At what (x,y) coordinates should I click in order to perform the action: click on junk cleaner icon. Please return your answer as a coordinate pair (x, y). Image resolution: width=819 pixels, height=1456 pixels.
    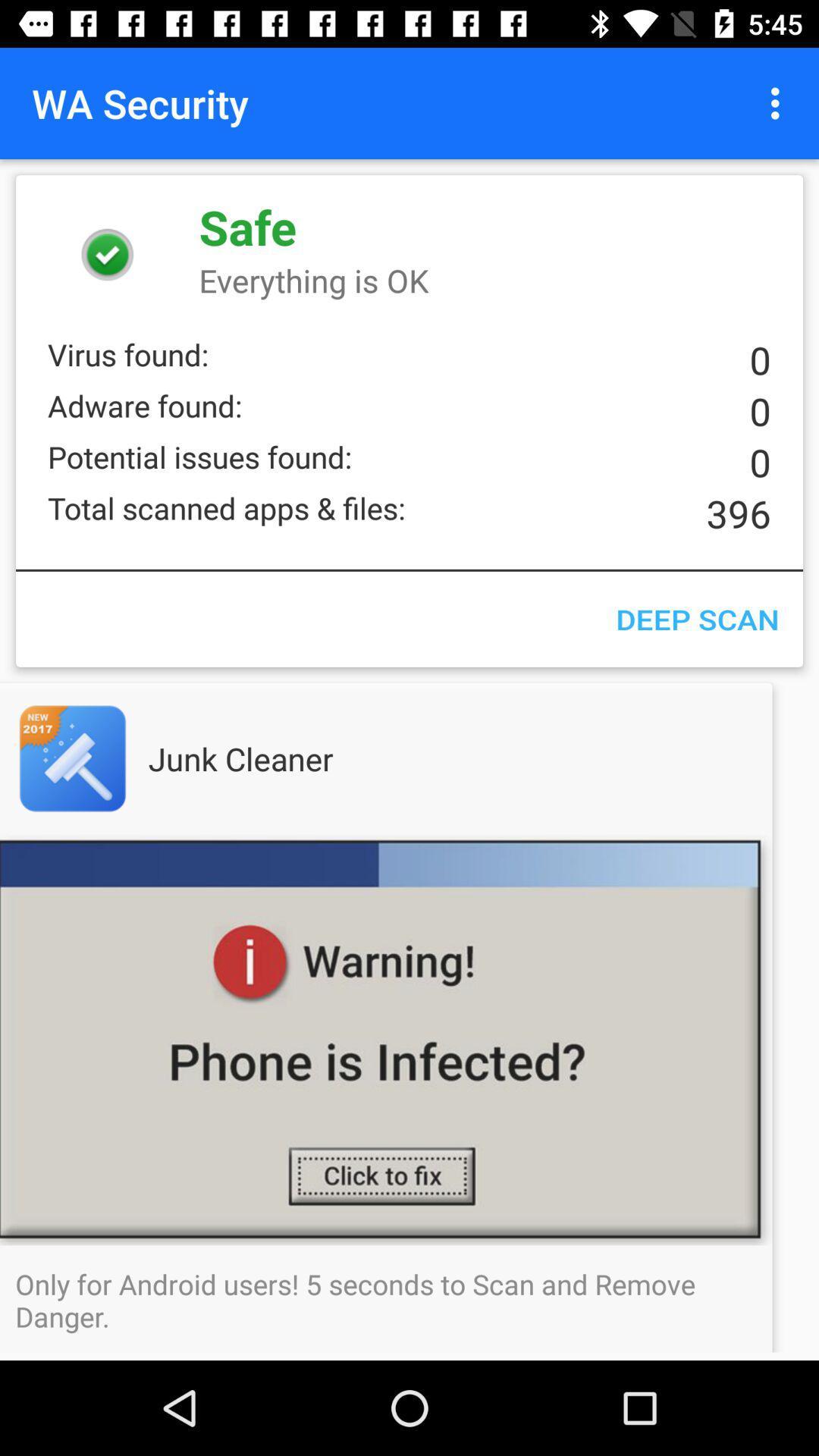
    Looking at the image, I should click on (271, 758).